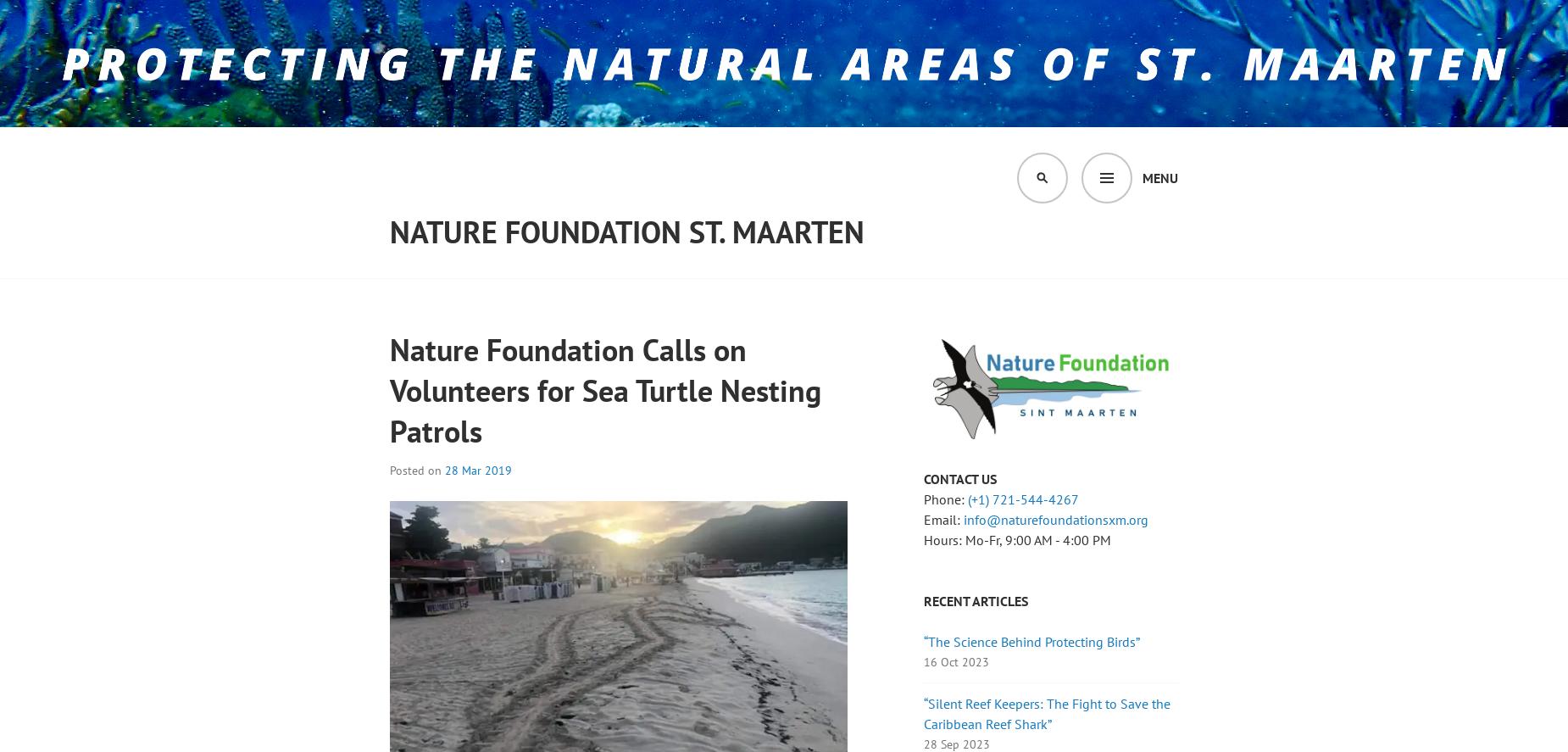  Describe the element at coordinates (417, 469) in the screenshot. I see `'Posted on'` at that location.